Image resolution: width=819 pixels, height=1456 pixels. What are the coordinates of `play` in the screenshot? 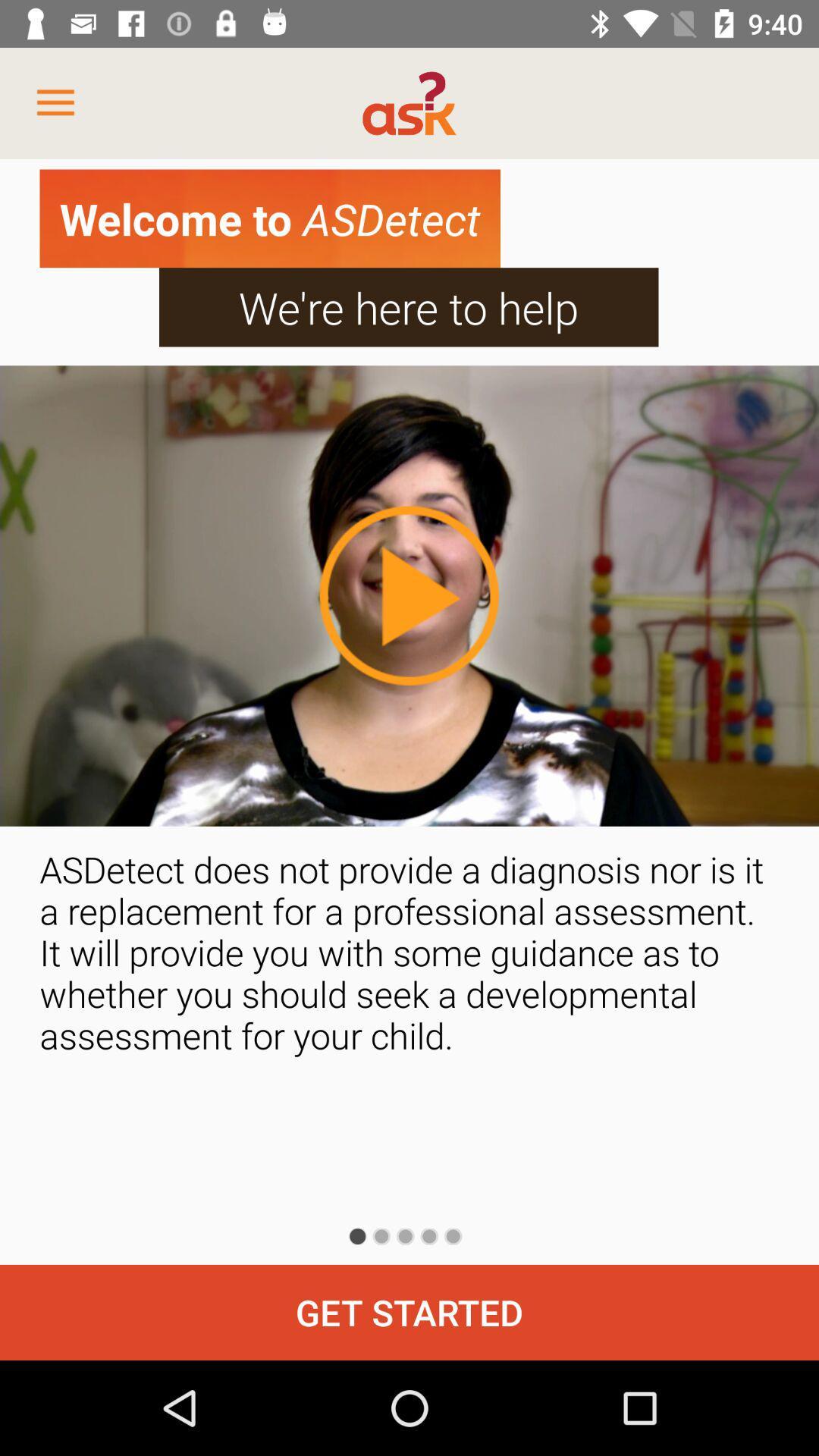 It's located at (408, 595).